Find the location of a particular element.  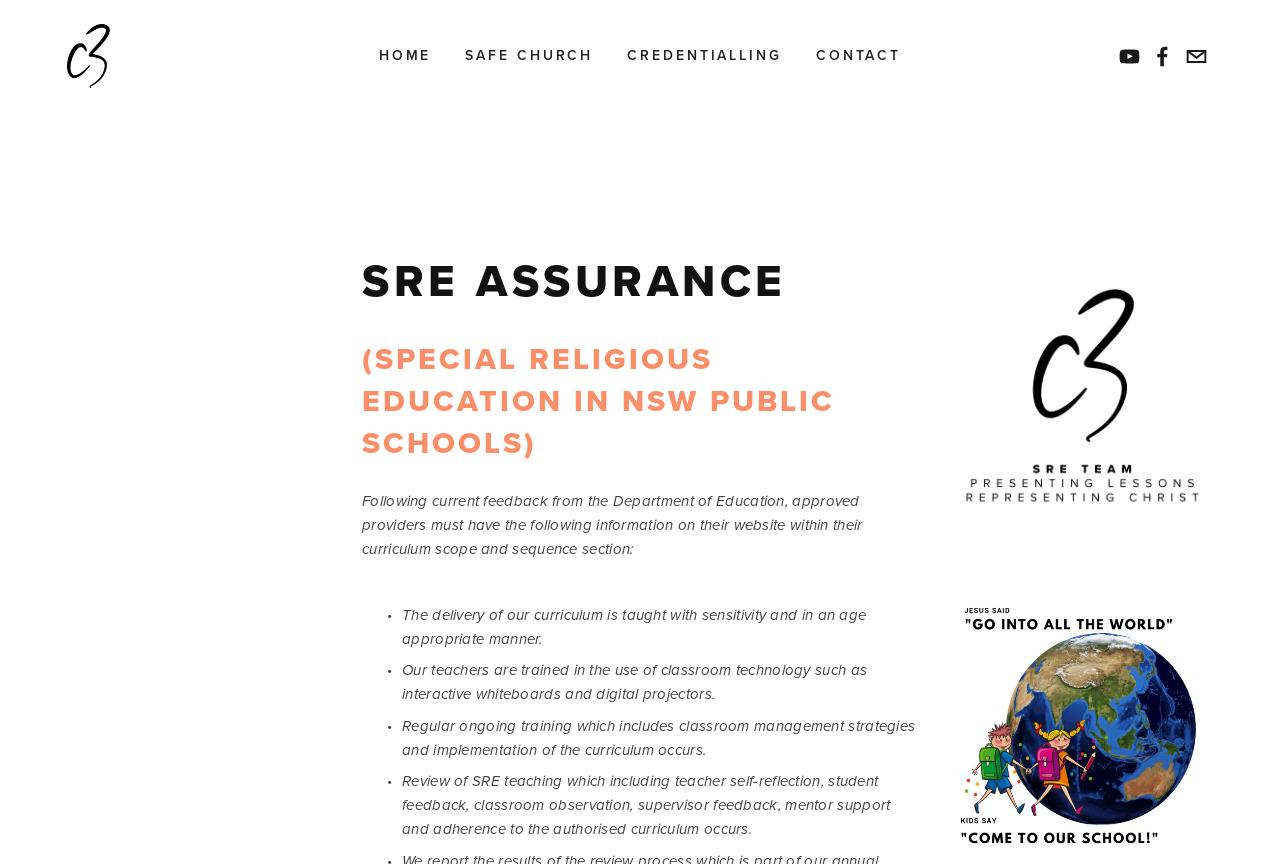

'Regular ongoing training which includes classroom management strategies and implementation of the curriculum occurs.' is located at coordinates (401, 736).